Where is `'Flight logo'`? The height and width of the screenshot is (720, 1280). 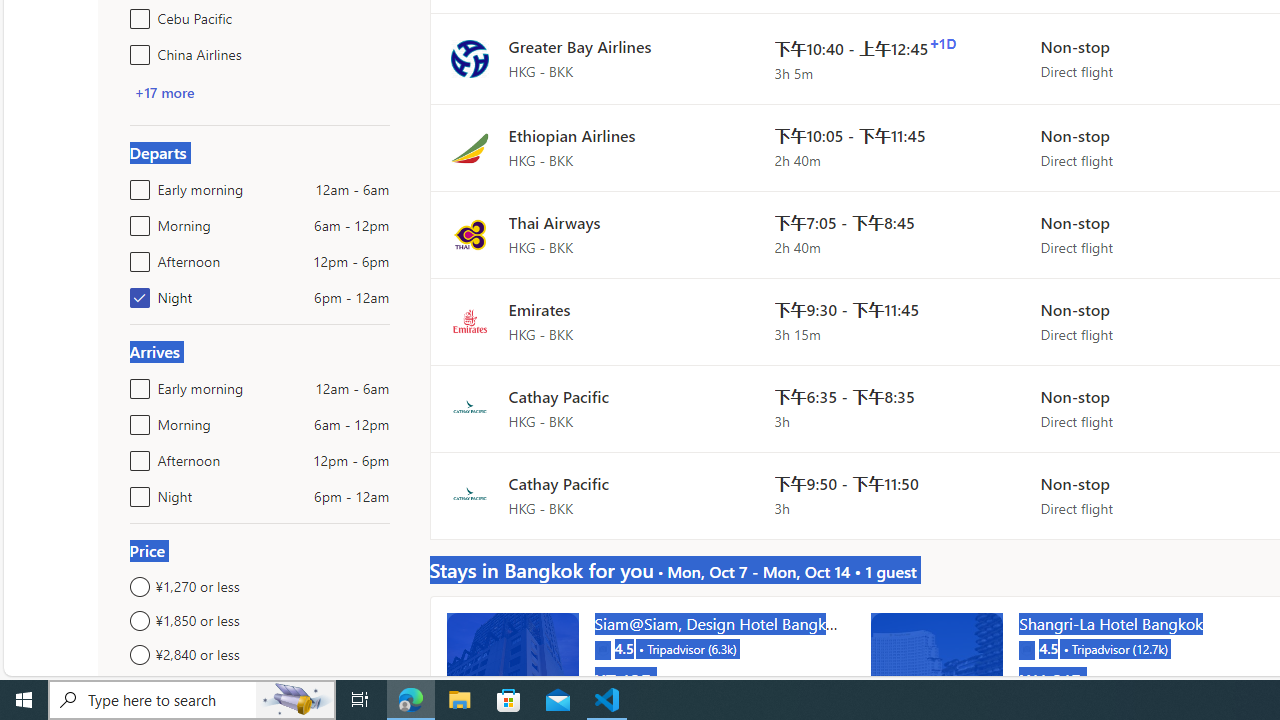
'Flight logo' is located at coordinates (468, 495).